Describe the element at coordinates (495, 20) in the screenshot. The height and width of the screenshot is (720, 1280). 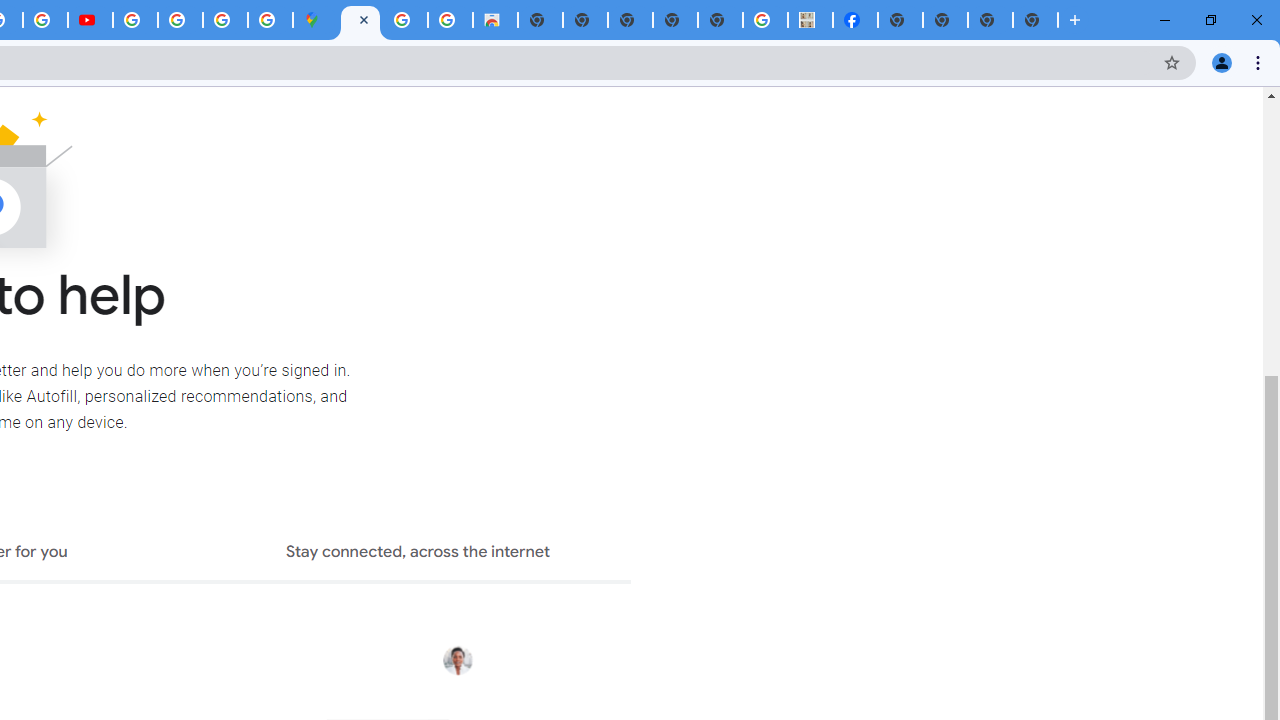
I see `'Chrome Web Store - Shopping'` at that location.